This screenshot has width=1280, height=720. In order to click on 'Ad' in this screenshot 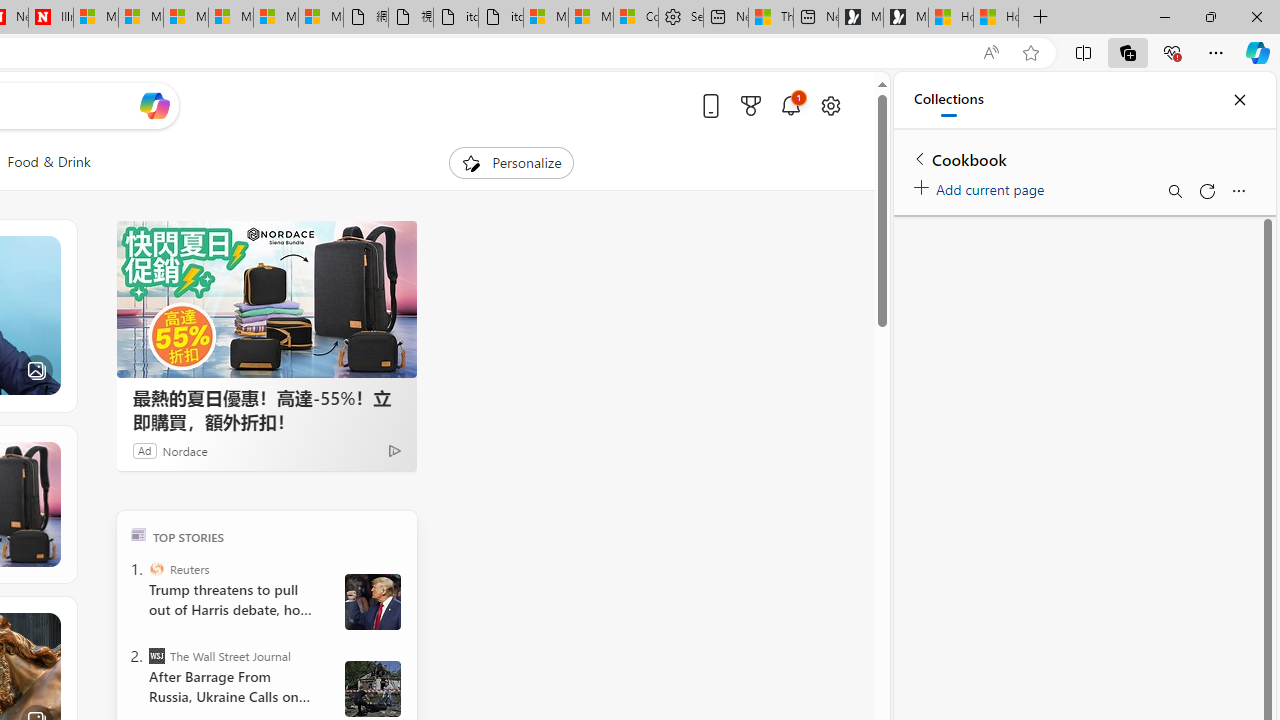, I will do `click(144, 450)`.